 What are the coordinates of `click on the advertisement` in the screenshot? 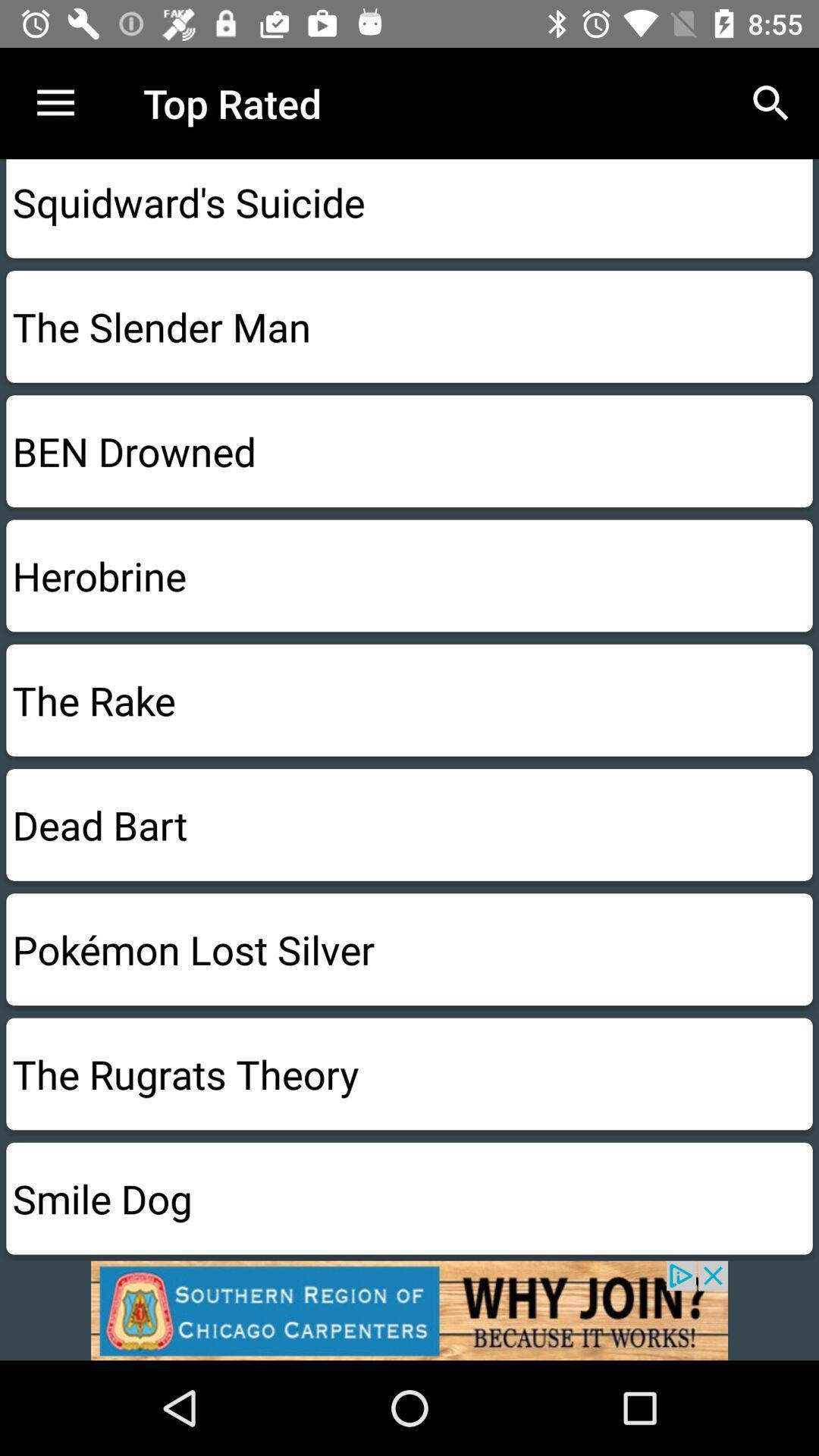 It's located at (409, 1310).